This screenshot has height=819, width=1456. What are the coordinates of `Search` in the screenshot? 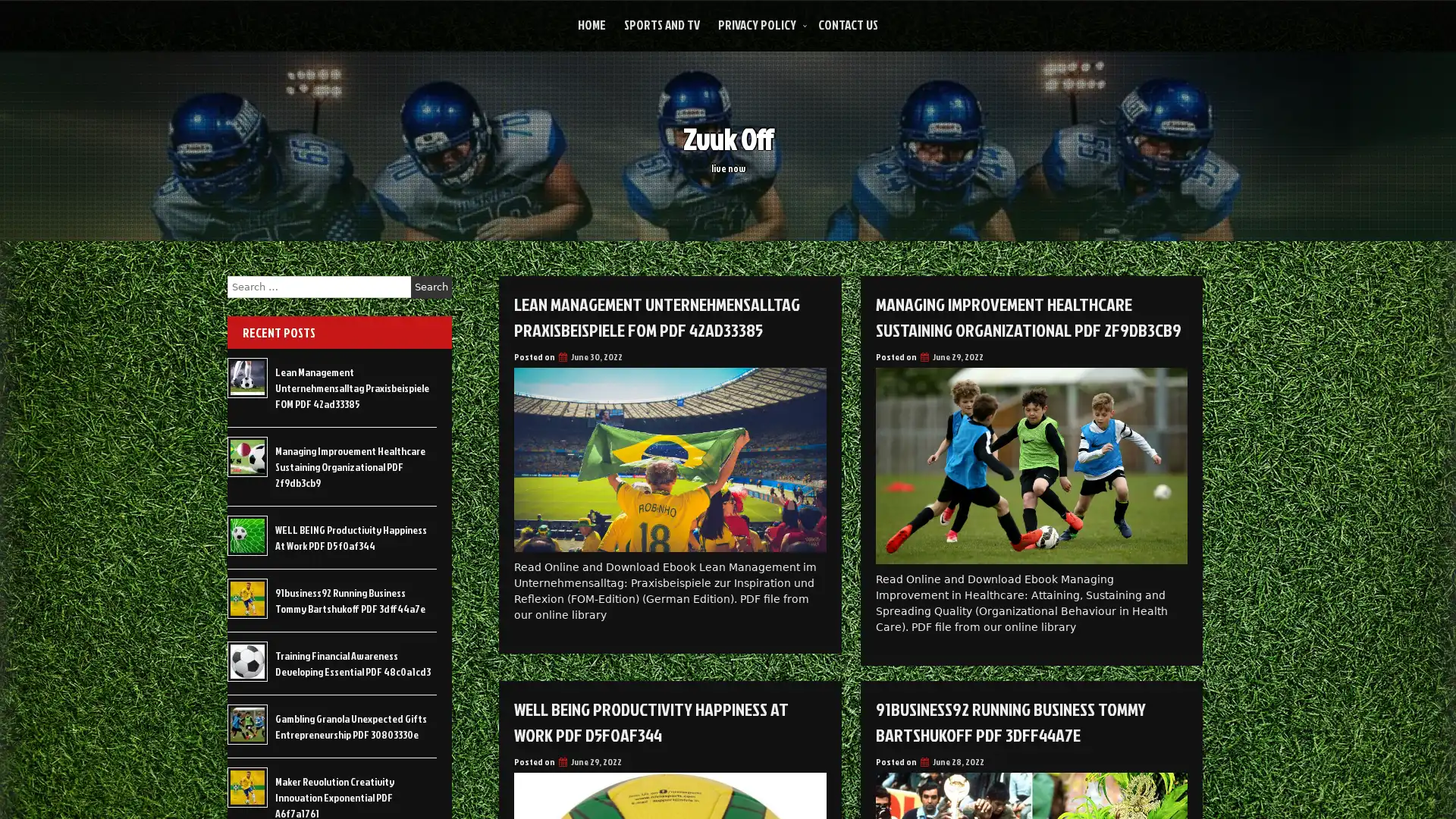 It's located at (431, 287).